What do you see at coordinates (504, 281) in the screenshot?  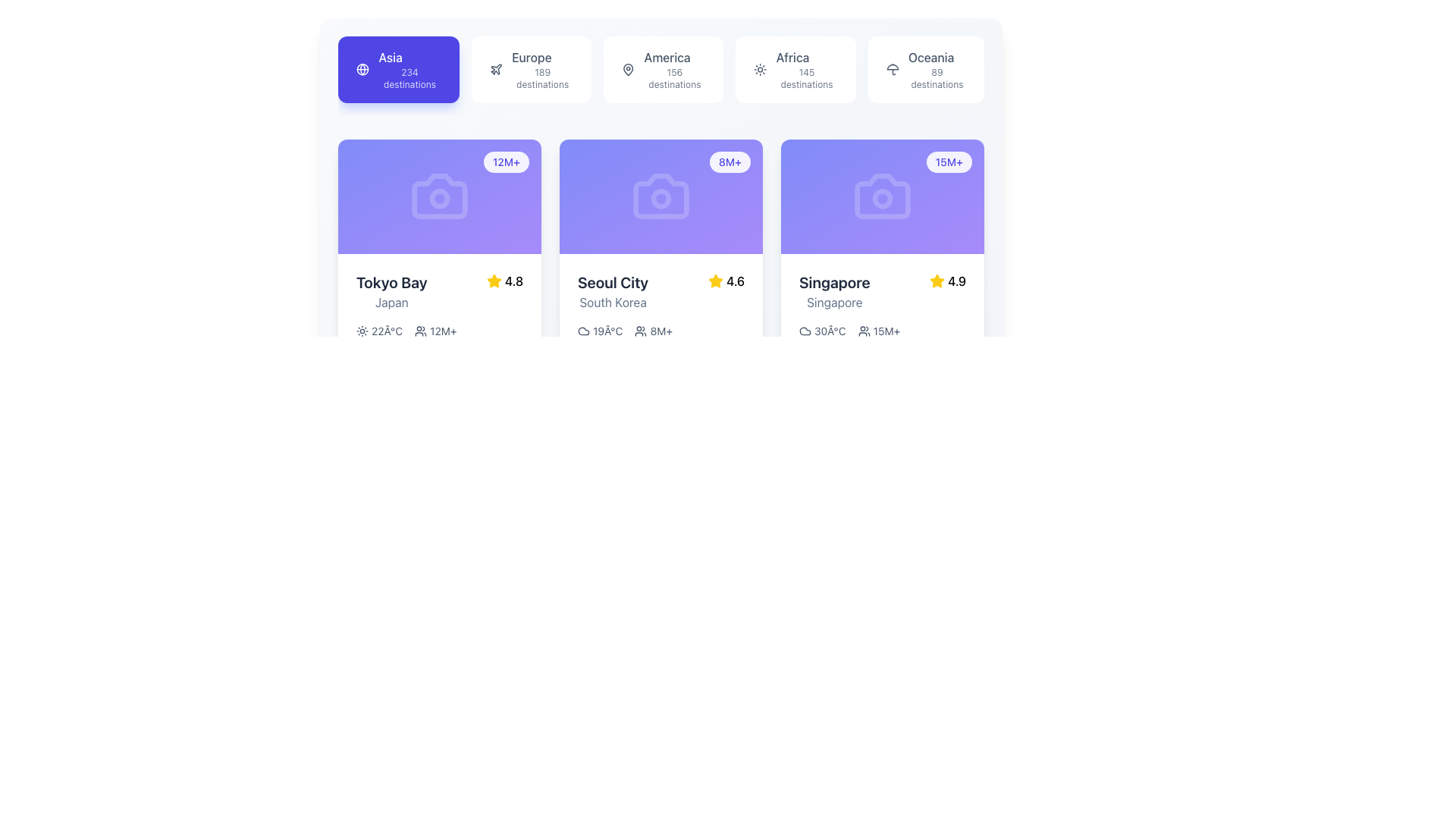 I see `the Rating display with icon and text for the 'Tokyo Bay' destination, which is located in the top-right area of the card below the purple image section` at bounding box center [504, 281].